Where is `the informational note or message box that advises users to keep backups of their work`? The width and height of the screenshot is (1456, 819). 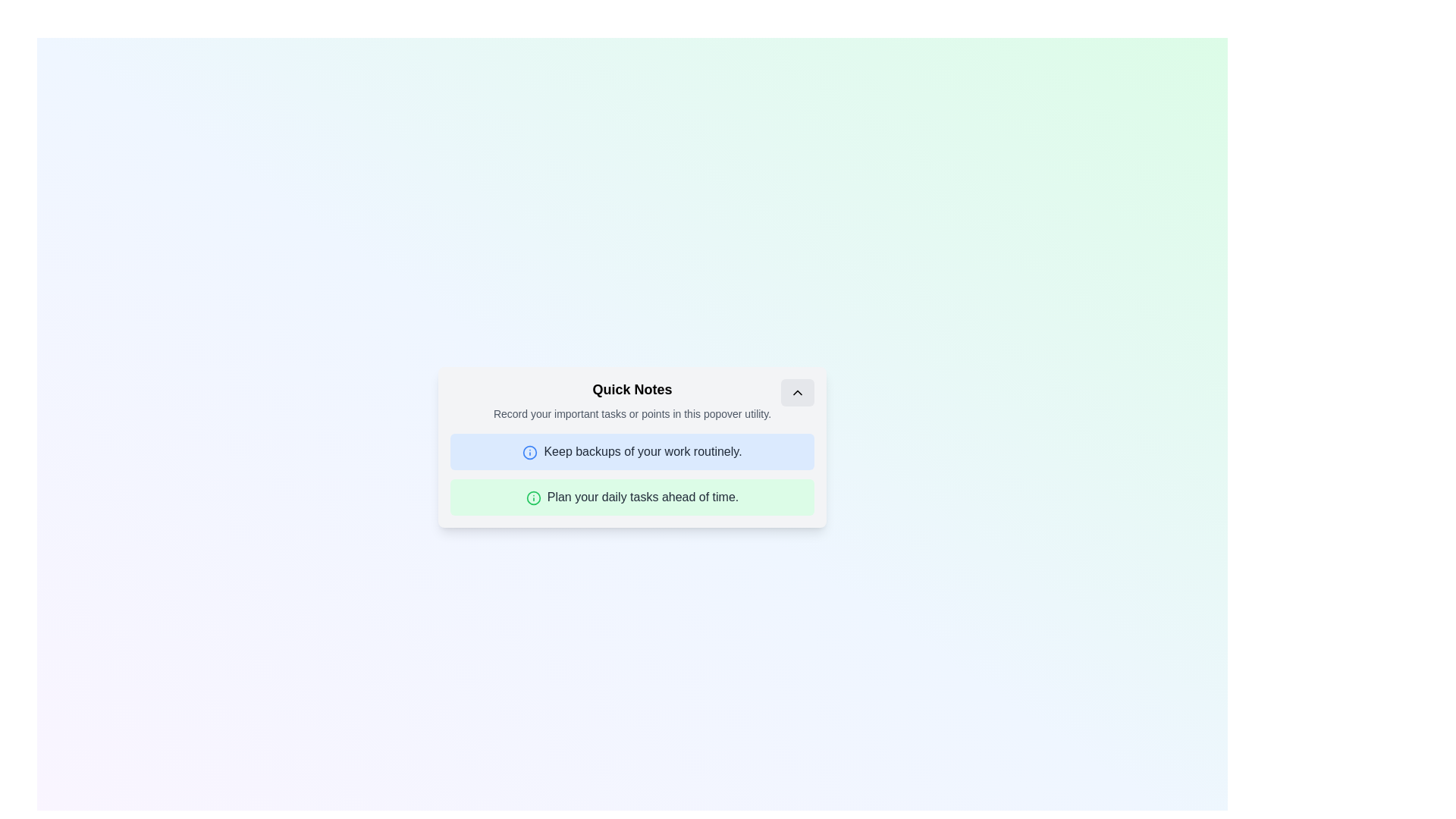
the informational note or message box that advises users to keep backups of their work is located at coordinates (632, 451).